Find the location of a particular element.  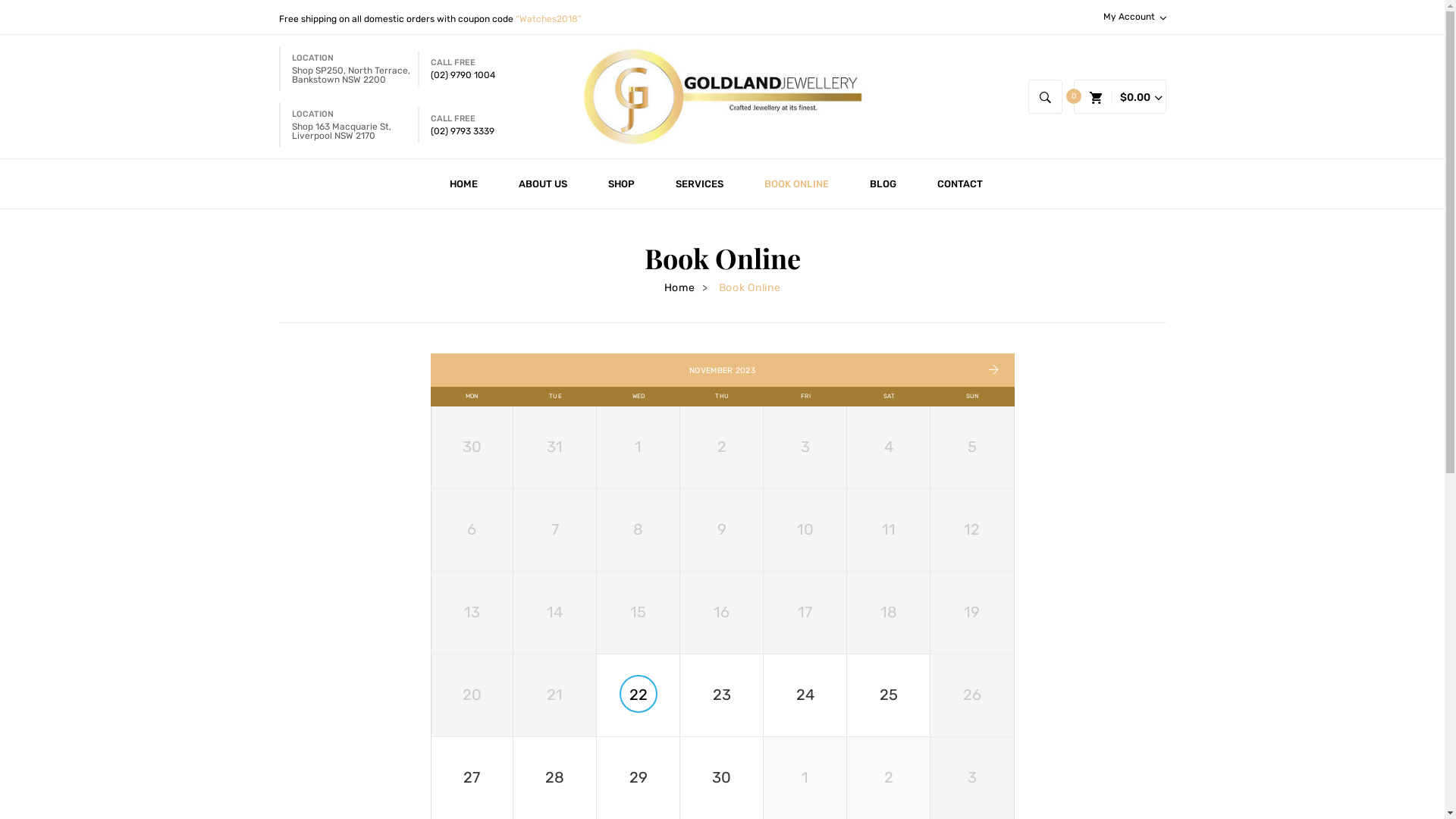

'SERVICES' is located at coordinates (698, 183).